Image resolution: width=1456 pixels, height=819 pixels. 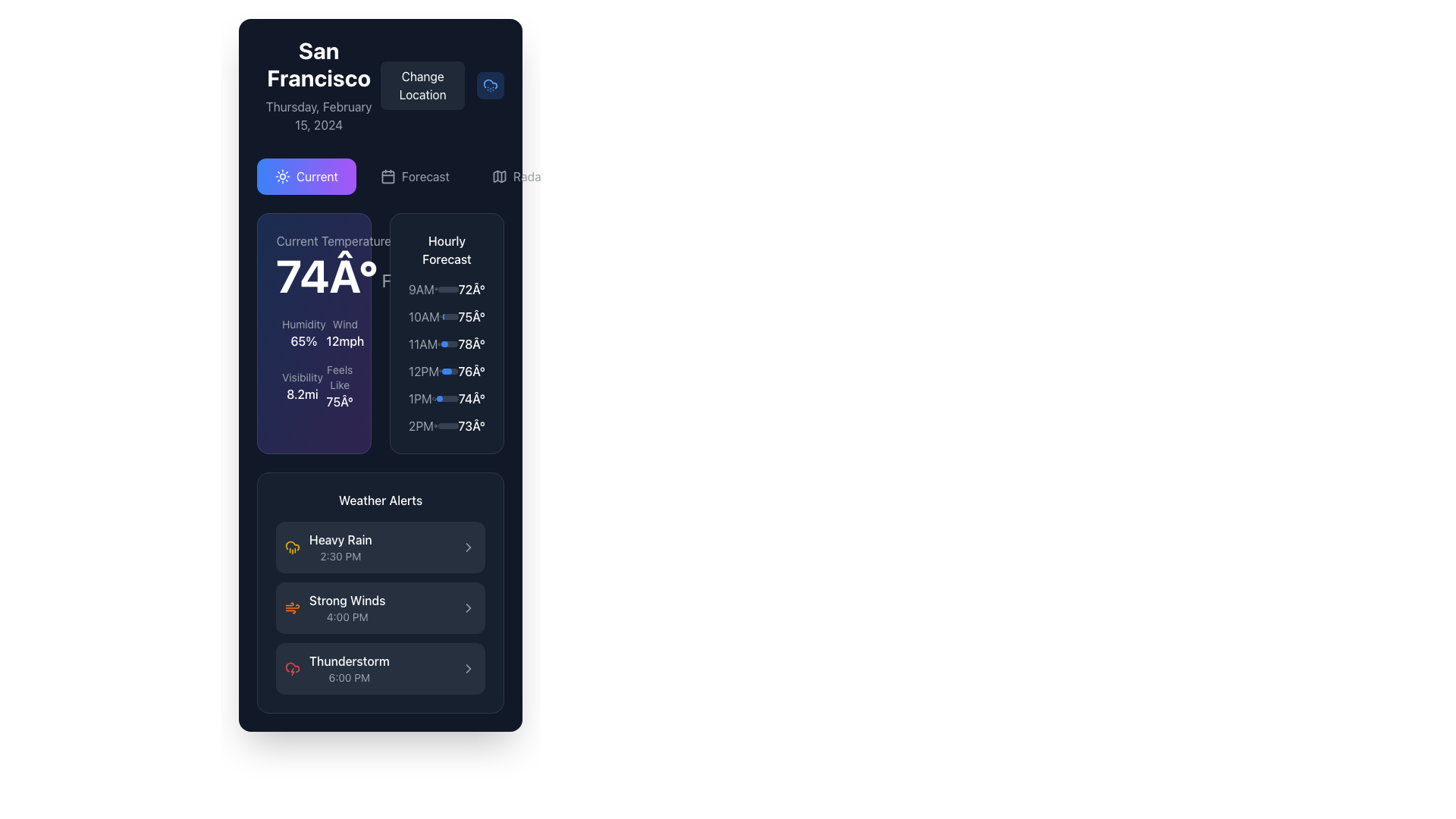 What do you see at coordinates (348, 660) in the screenshot?
I see `the text label displaying 'Thunderstorm' in the 'Weather Alerts' section, which is positioned at the bottom of the list on a dark background` at bounding box center [348, 660].